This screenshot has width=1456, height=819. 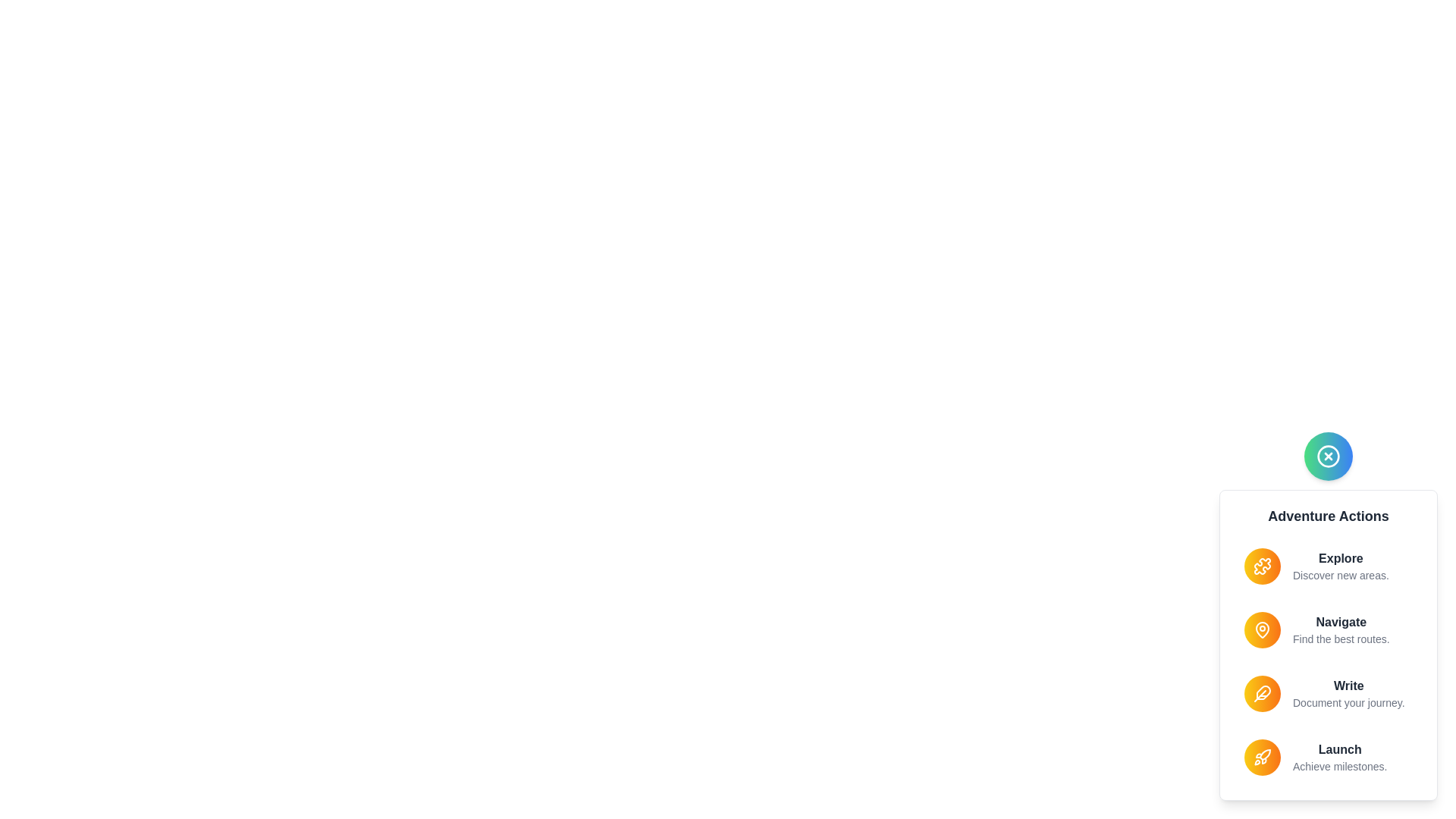 What do you see at coordinates (1328, 629) in the screenshot?
I see `the action Navigate from the menu by clicking its respective item` at bounding box center [1328, 629].